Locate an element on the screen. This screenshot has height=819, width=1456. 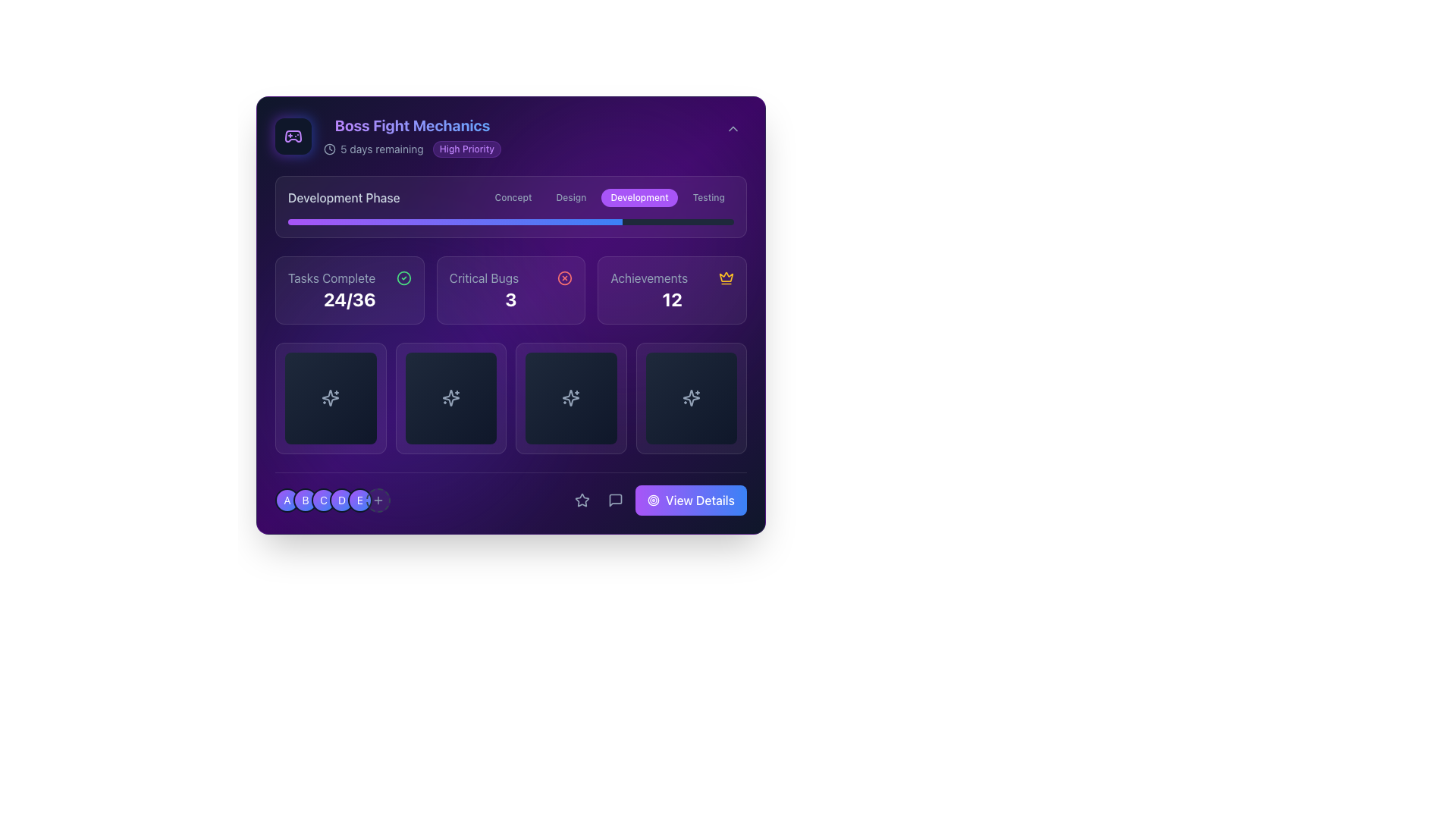
the informative label with icon that provides time-related information, located in the top-left portion of the 'Boss Fight Mechanics' card, immediately to the left of the 'High Priority' element is located at coordinates (373, 149).